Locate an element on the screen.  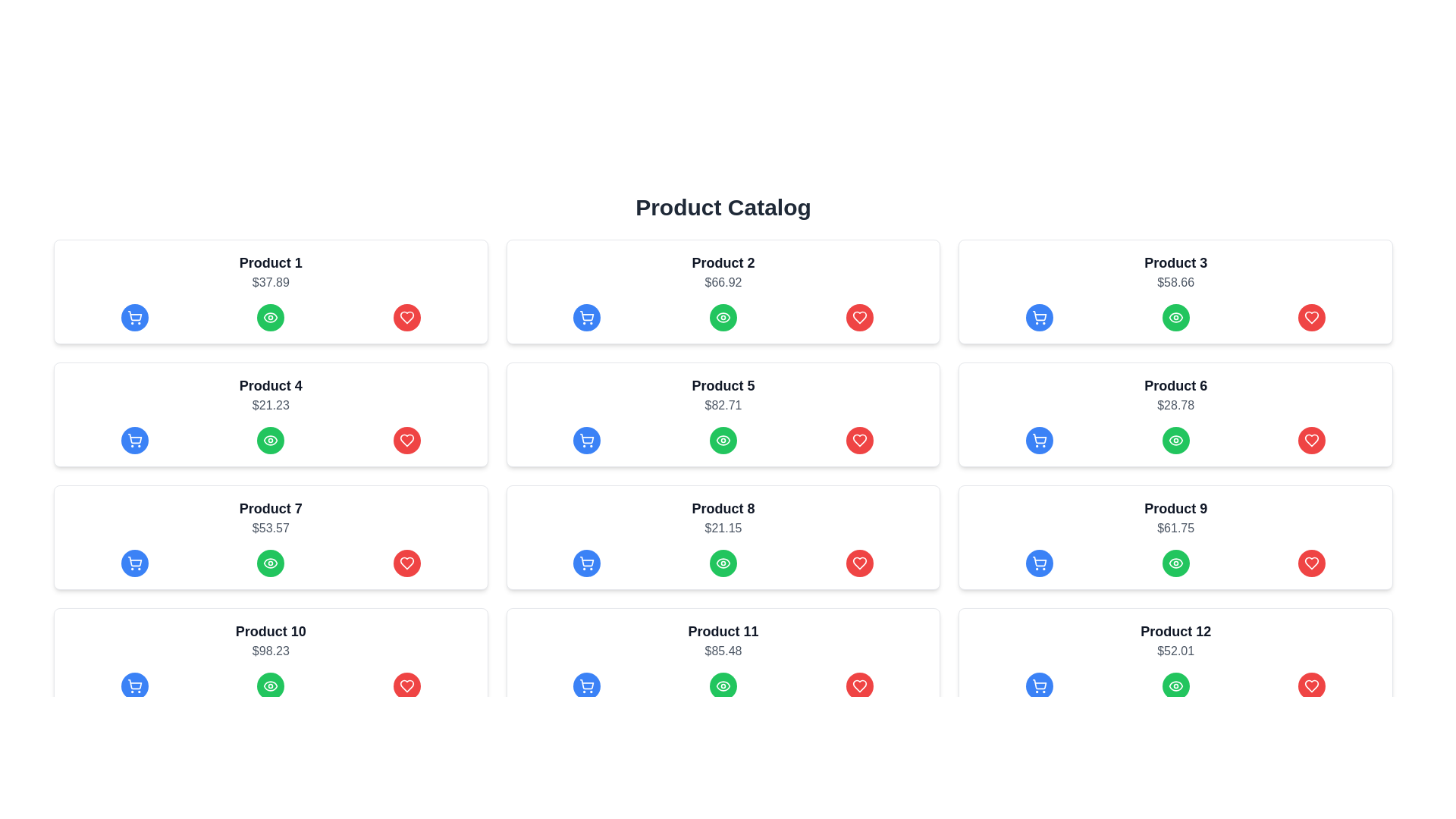
the green circular button with an eye symbol in the center is located at coordinates (1175, 317).